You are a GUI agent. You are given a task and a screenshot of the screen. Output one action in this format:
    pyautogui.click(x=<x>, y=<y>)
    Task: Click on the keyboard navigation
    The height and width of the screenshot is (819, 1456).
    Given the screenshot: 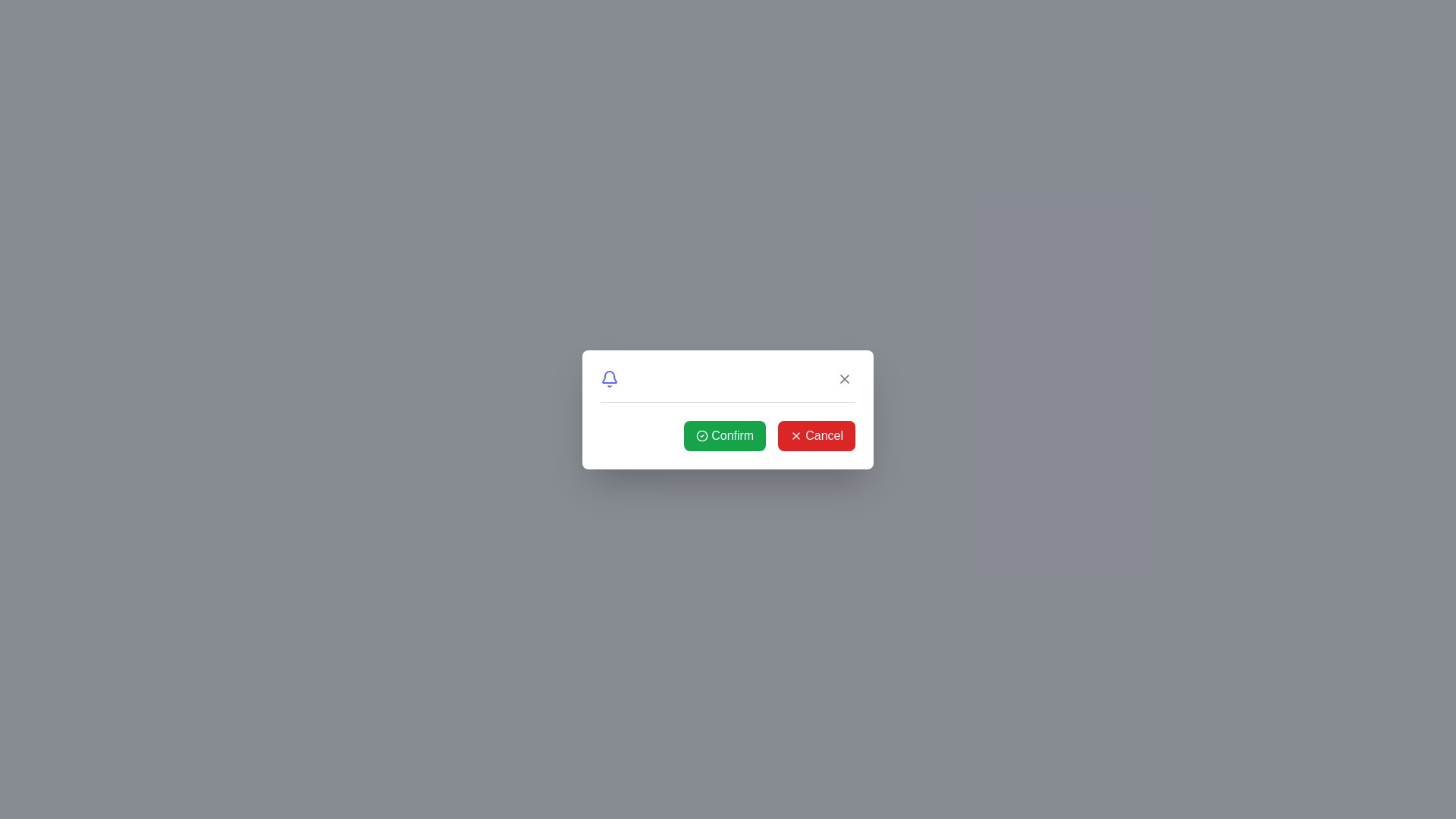 What is the action you would take?
    pyautogui.click(x=843, y=377)
    